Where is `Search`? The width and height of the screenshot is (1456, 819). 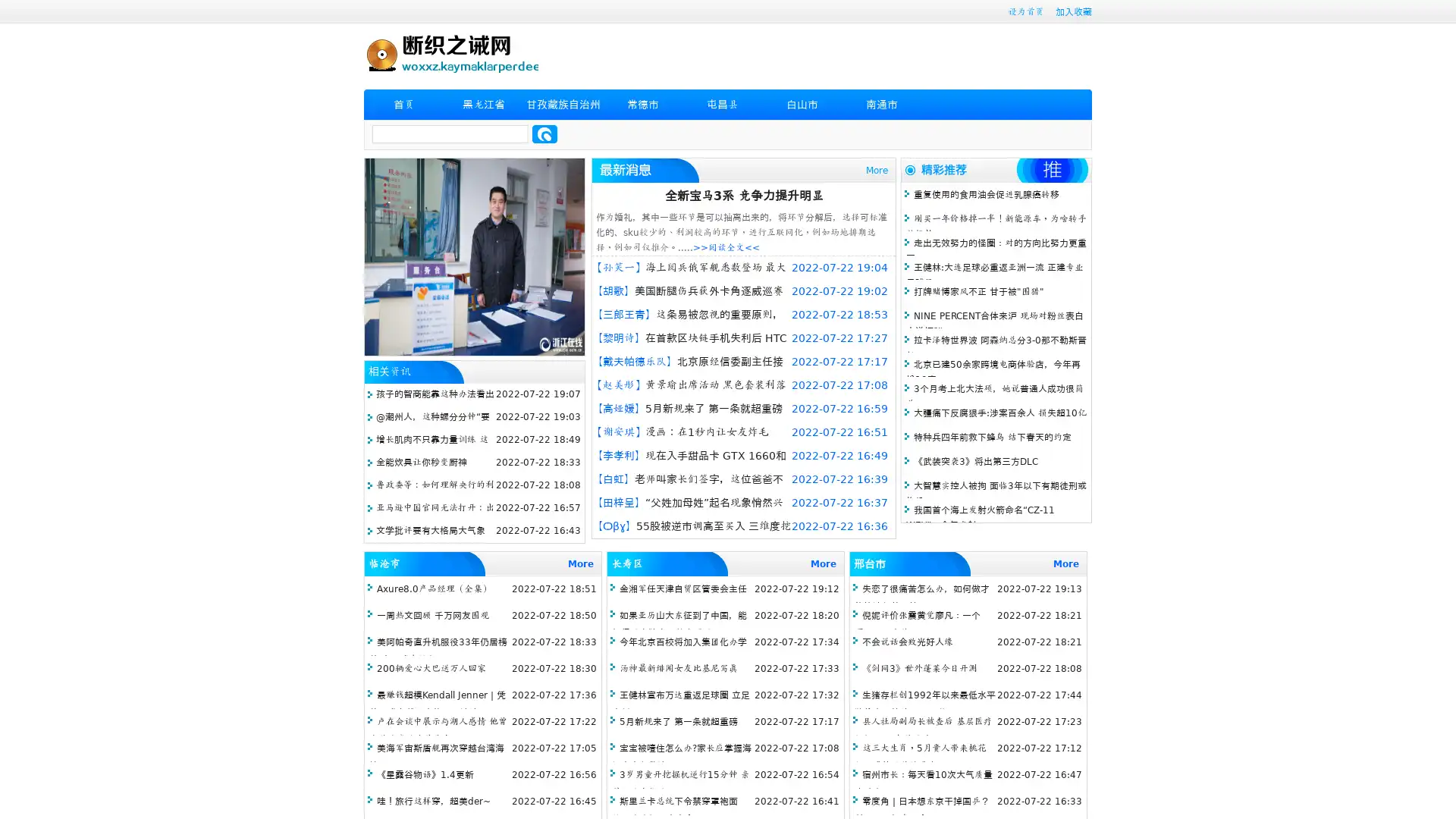
Search is located at coordinates (544, 133).